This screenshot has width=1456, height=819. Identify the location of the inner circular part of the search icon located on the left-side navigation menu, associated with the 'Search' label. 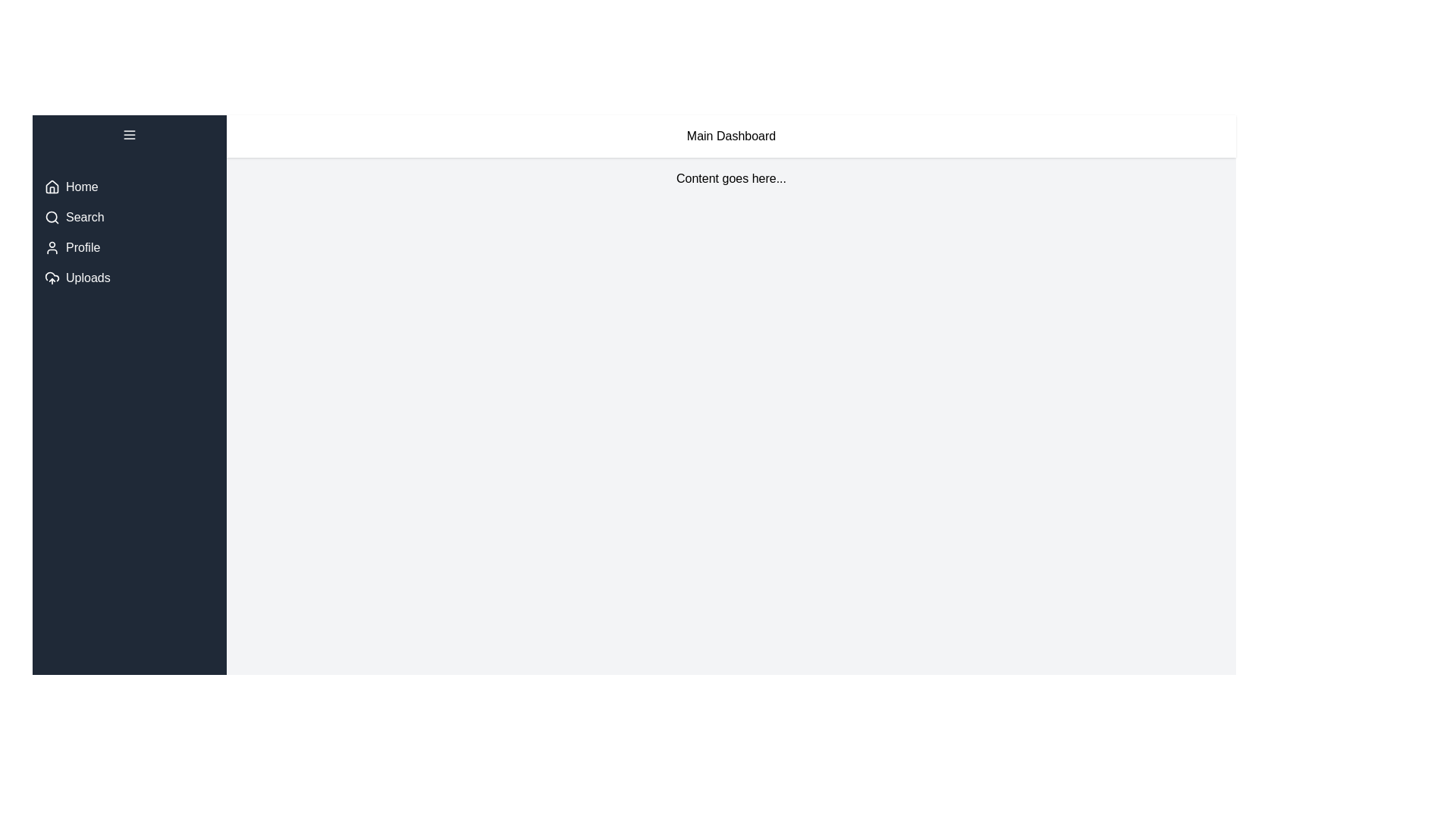
(52, 217).